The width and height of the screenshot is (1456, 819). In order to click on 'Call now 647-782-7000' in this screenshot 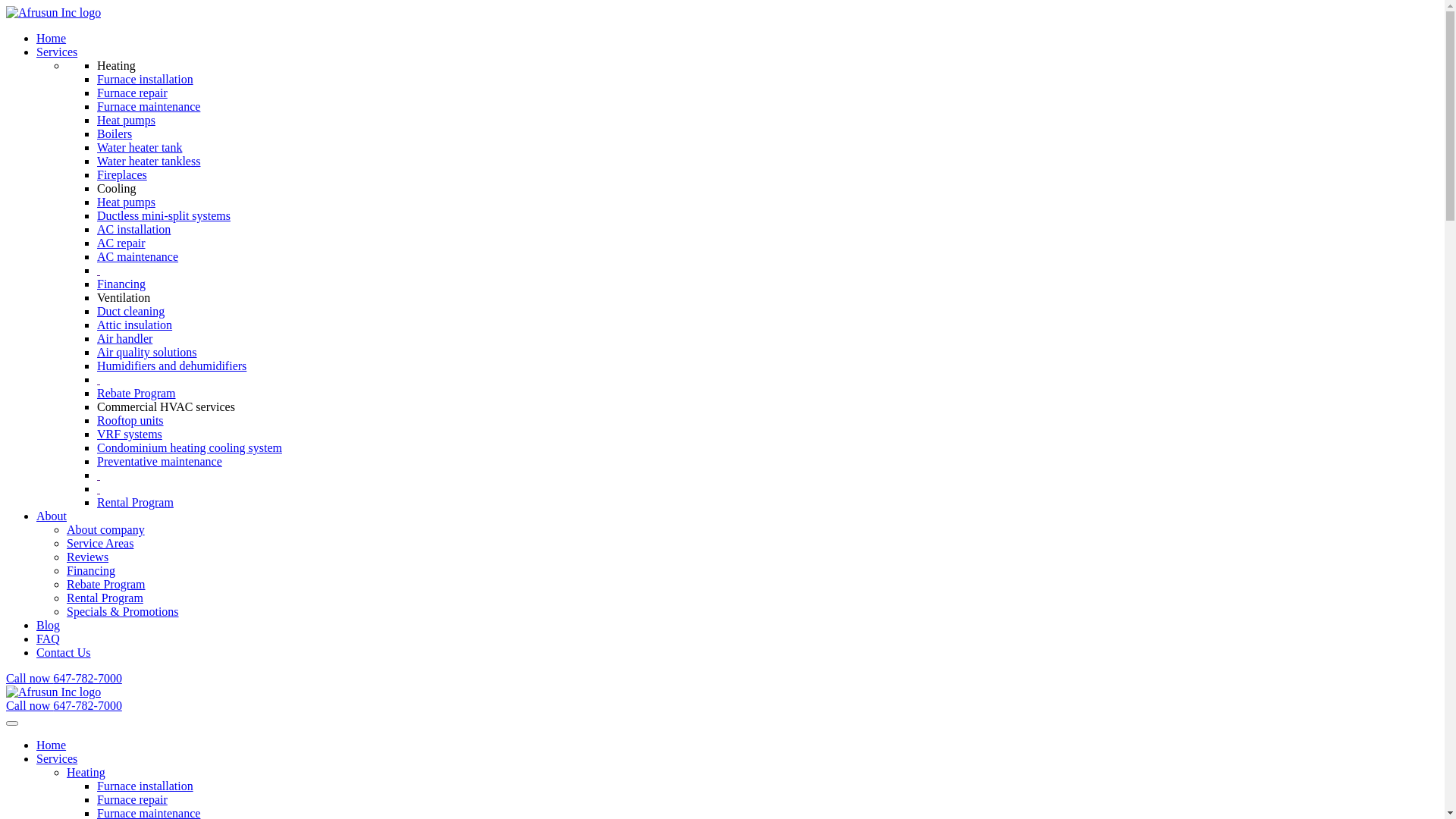, I will do `click(6, 705)`.